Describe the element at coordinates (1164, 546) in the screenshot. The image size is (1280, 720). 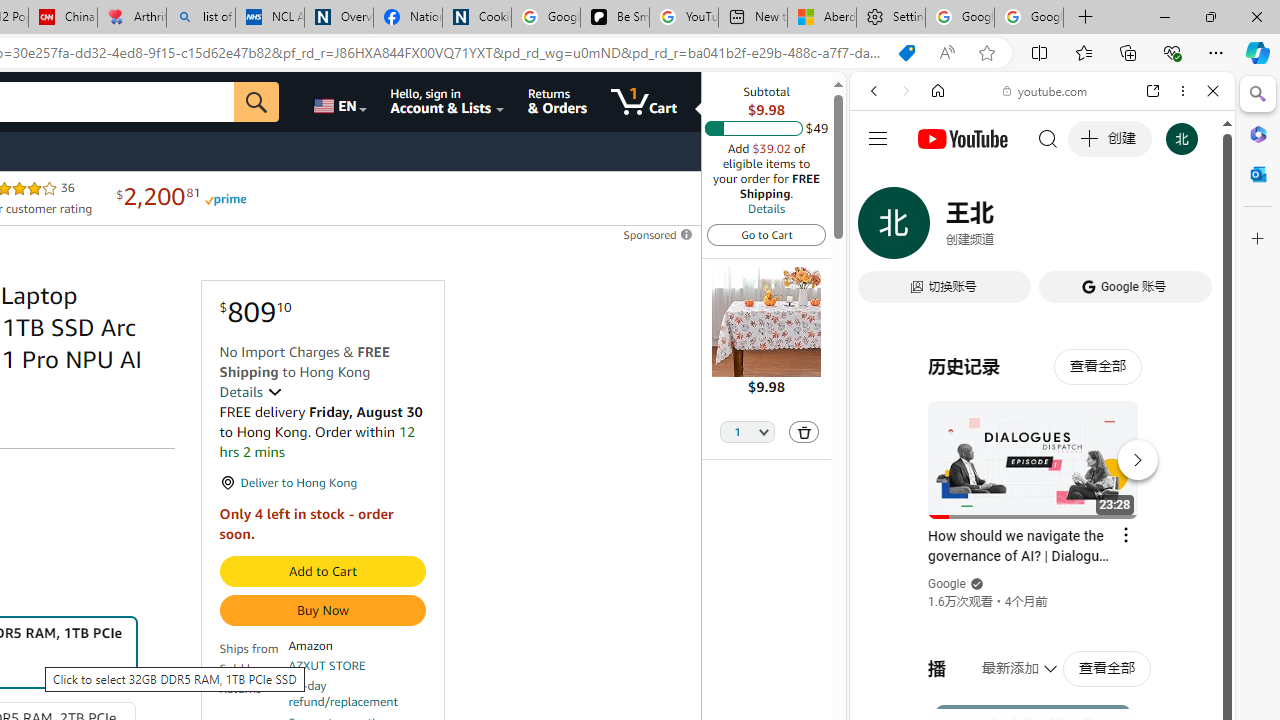
I see `'Show More Music'` at that location.